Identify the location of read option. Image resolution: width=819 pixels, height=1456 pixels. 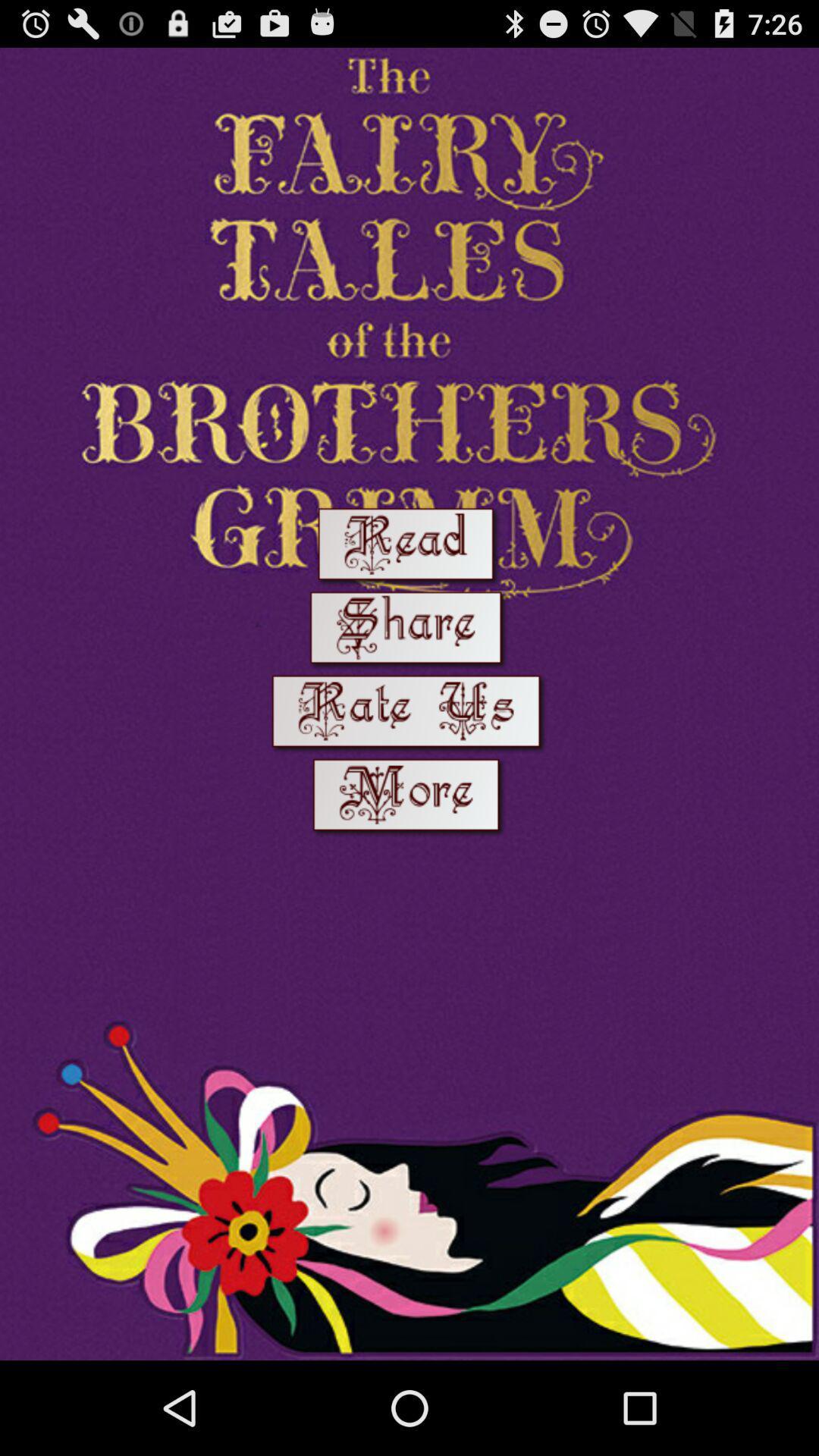
(408, 546).